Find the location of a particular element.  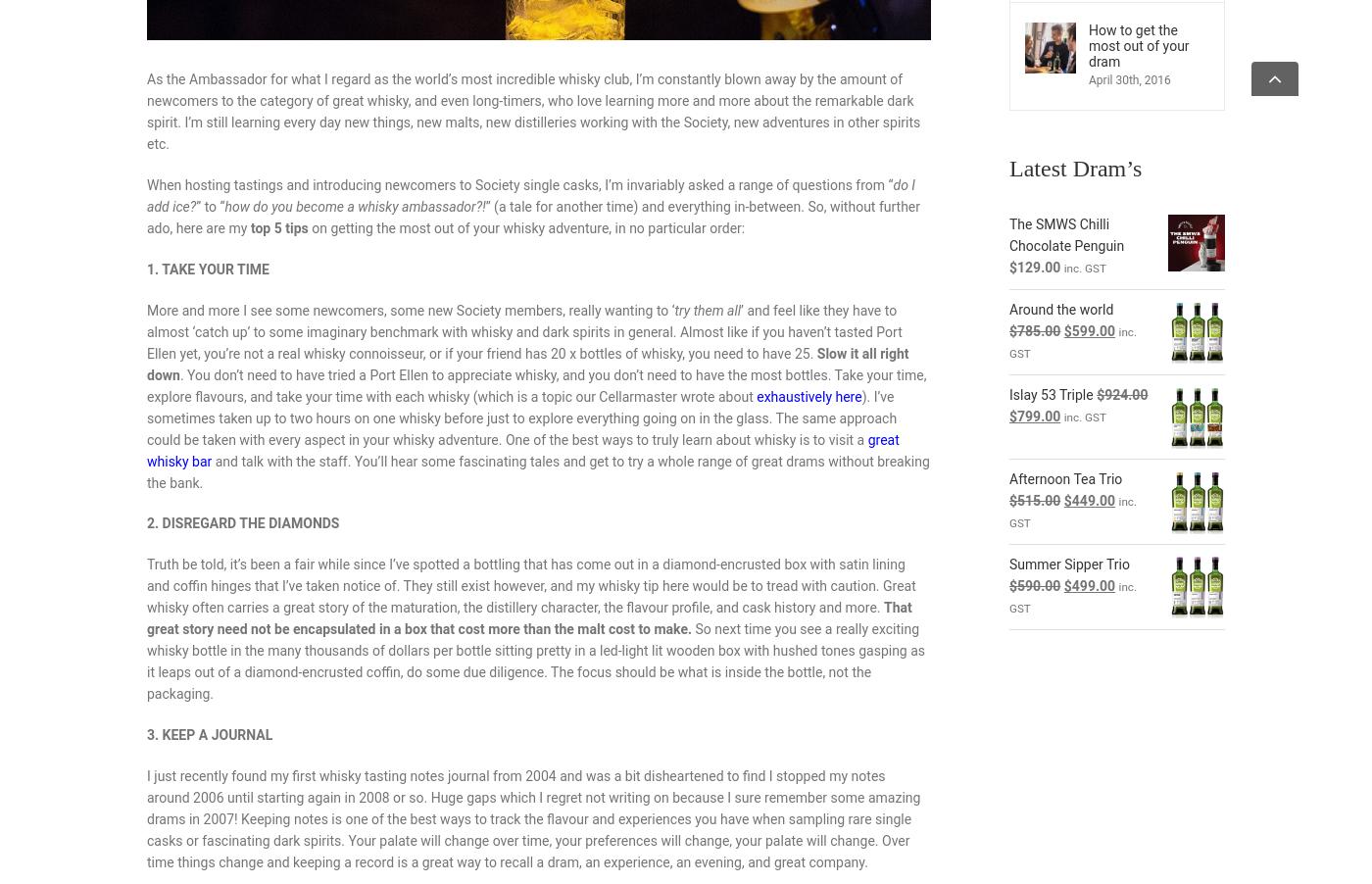

'499.00' is located at coordinates (1093, 586).